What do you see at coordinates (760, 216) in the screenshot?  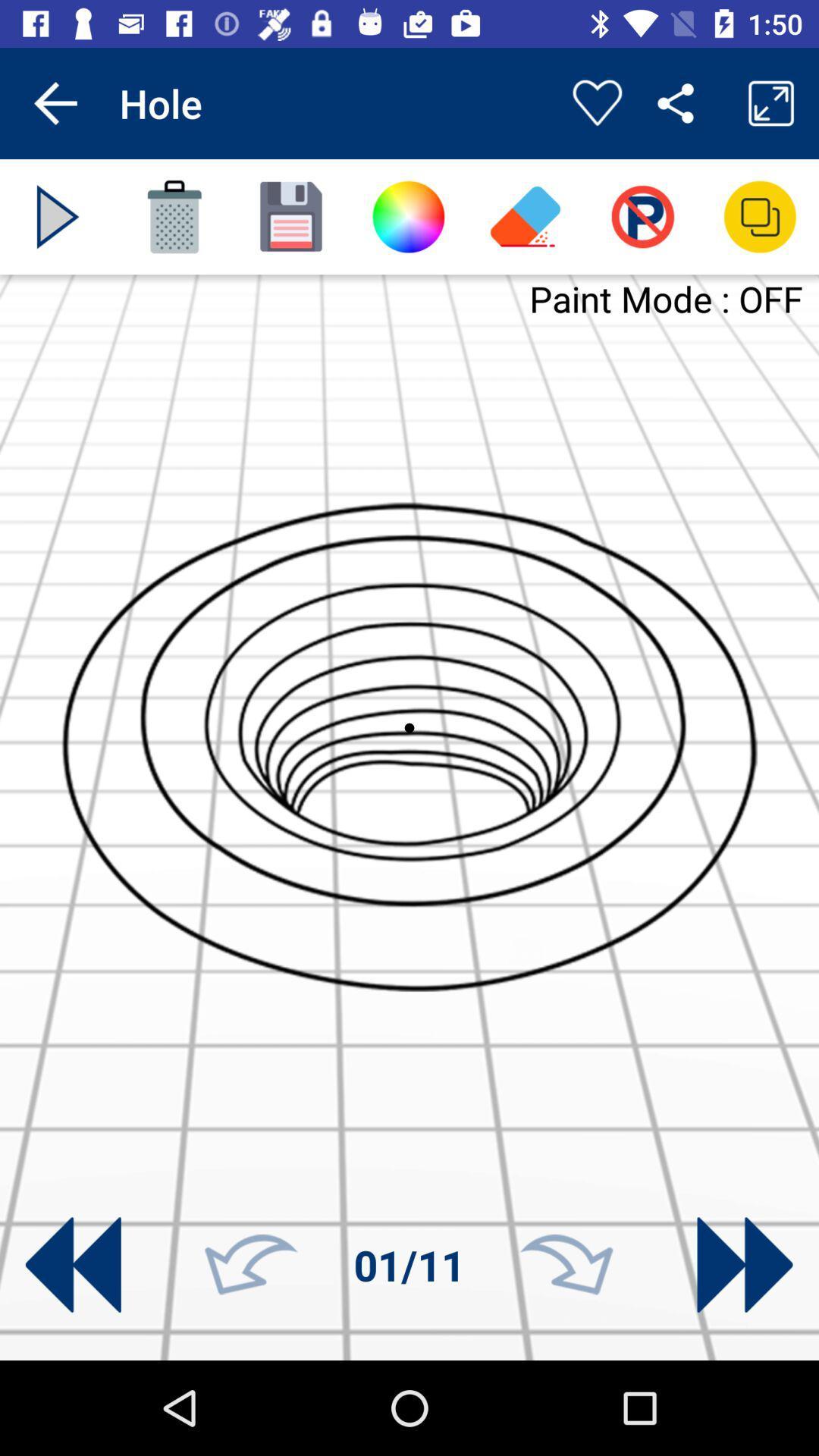 I see `open another layer` at bounding box center [760, 216].